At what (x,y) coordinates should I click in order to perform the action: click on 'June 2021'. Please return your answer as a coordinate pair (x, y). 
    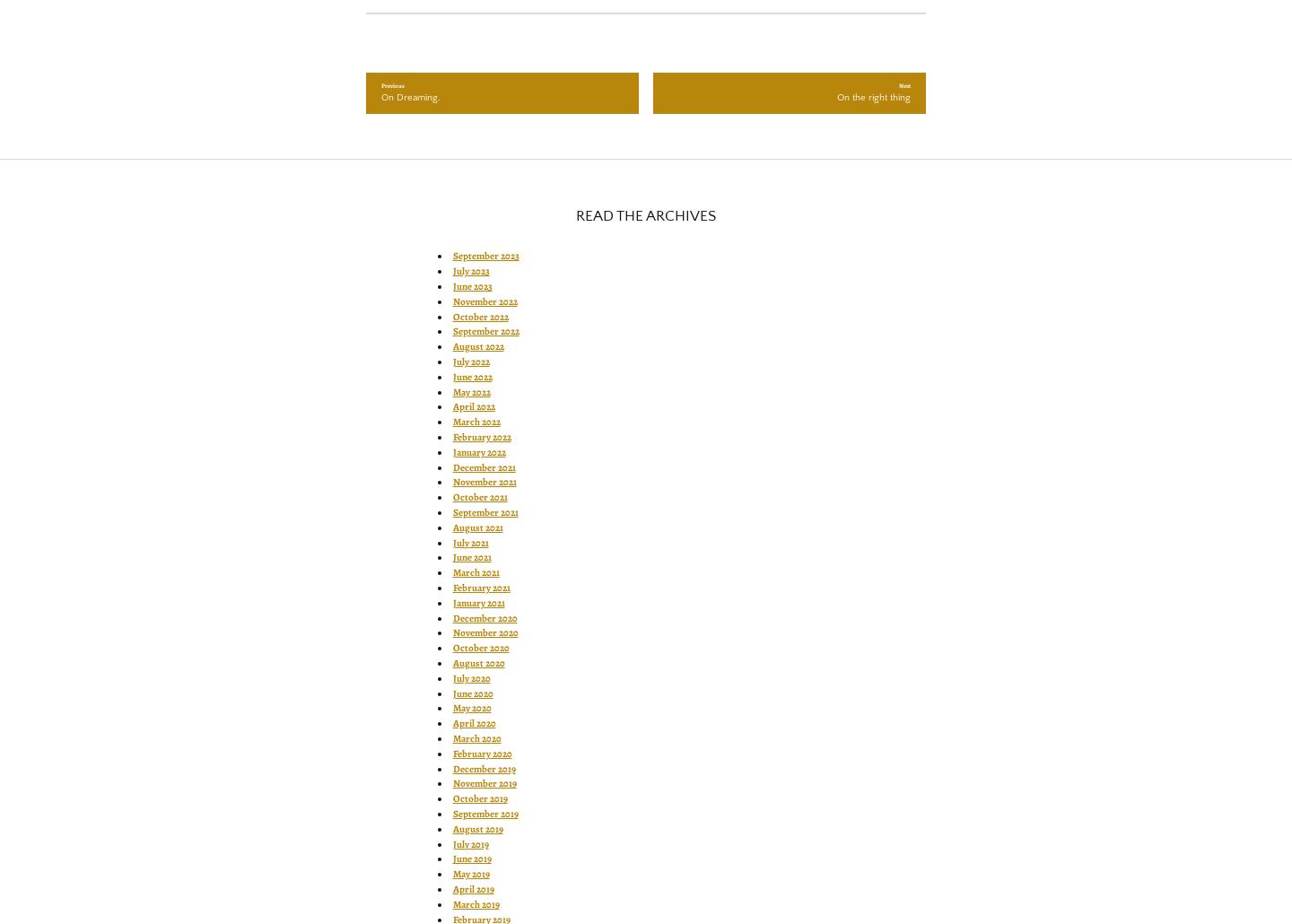
    Looking at the image, I should click on (470, 556).